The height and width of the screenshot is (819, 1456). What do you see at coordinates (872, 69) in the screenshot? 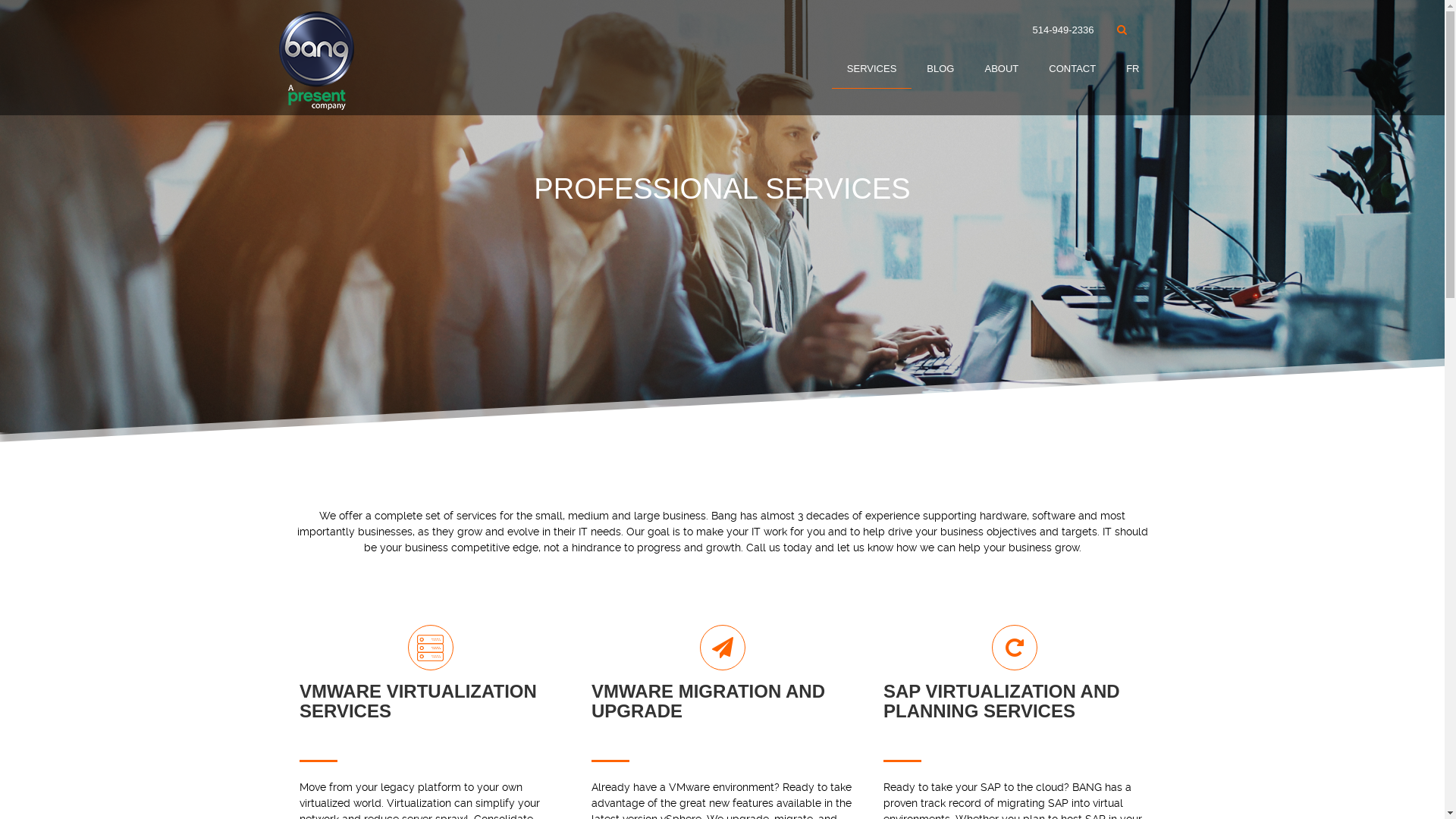
I see `'SERVICES'` at bounding box center [872, 69].